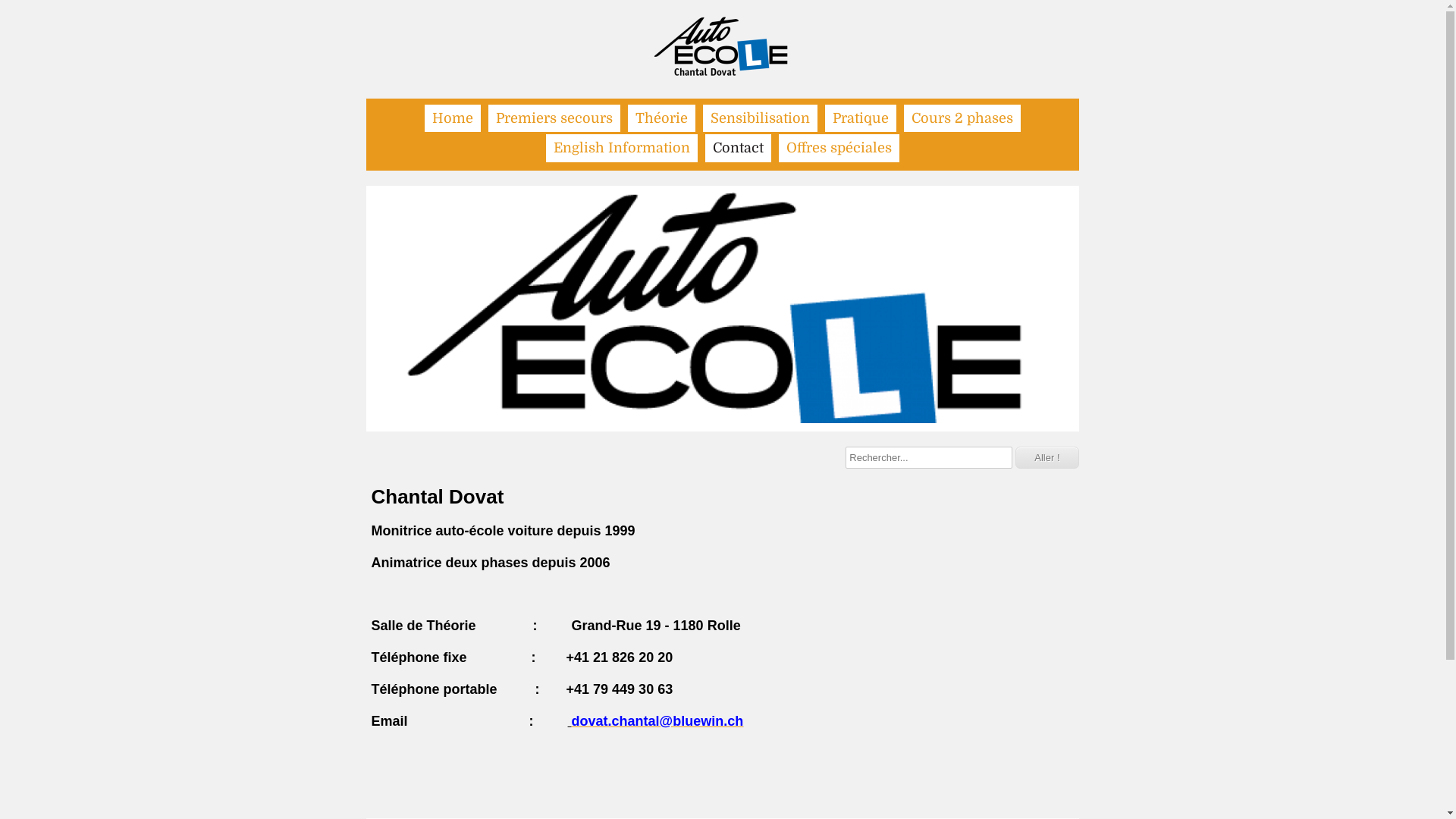 The image size is (1456, 819). Describe the element at coordinates (657, 720) in the screenshot. I see `'dovat.chantal@bluewin.ch'` at that location.